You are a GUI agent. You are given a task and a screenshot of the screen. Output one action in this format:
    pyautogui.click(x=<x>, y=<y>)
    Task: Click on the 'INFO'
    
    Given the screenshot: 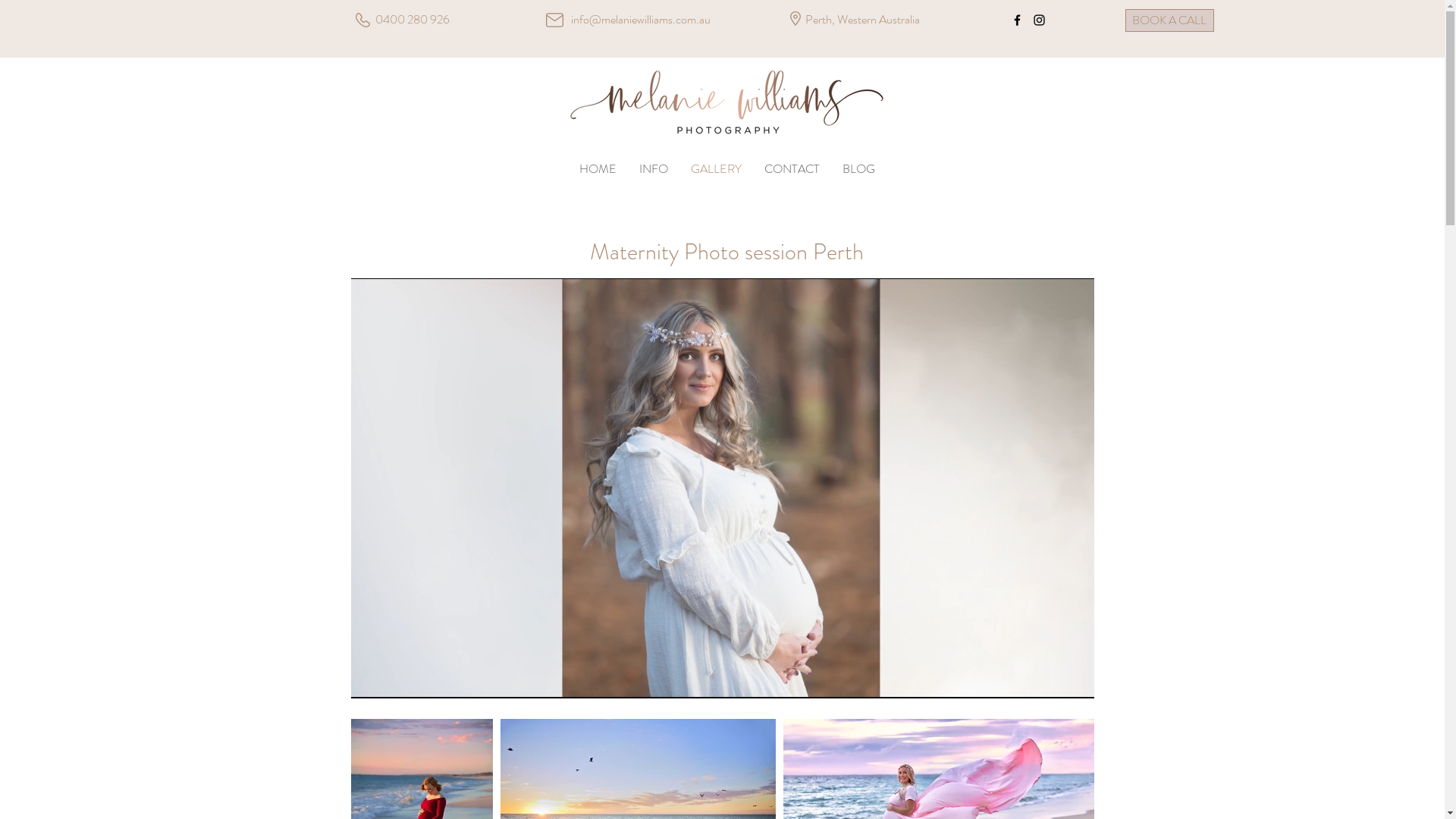 What is the action you would take?
    pyautogui.click(x=654, y=169)
    